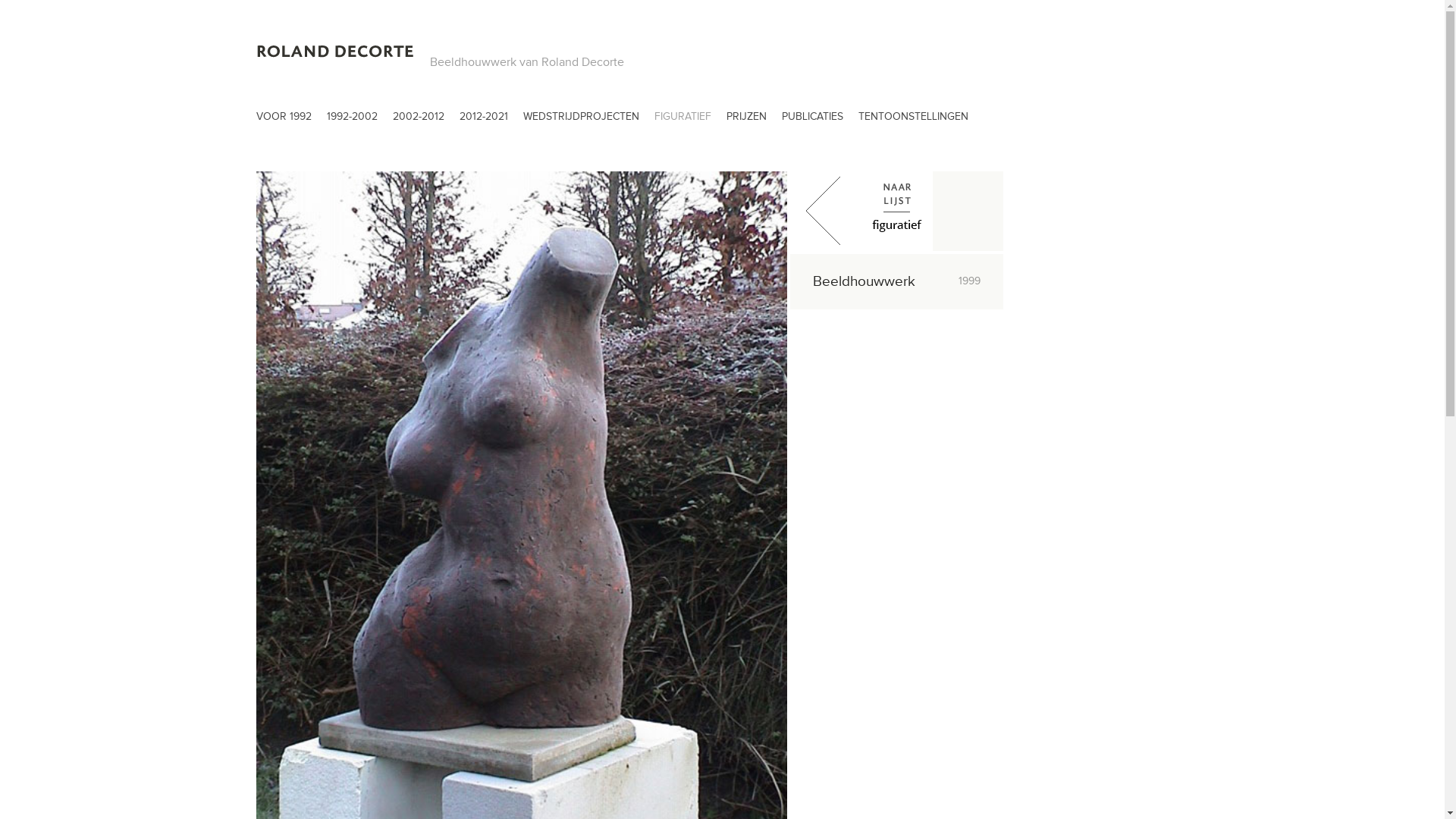 This screenshot has width=1456, height=819. What do you see at coordinates (580, 119) in the screenshot?
I see `'WEDSTRIJDPROJECTEN'` at bounding box center [580, 119].